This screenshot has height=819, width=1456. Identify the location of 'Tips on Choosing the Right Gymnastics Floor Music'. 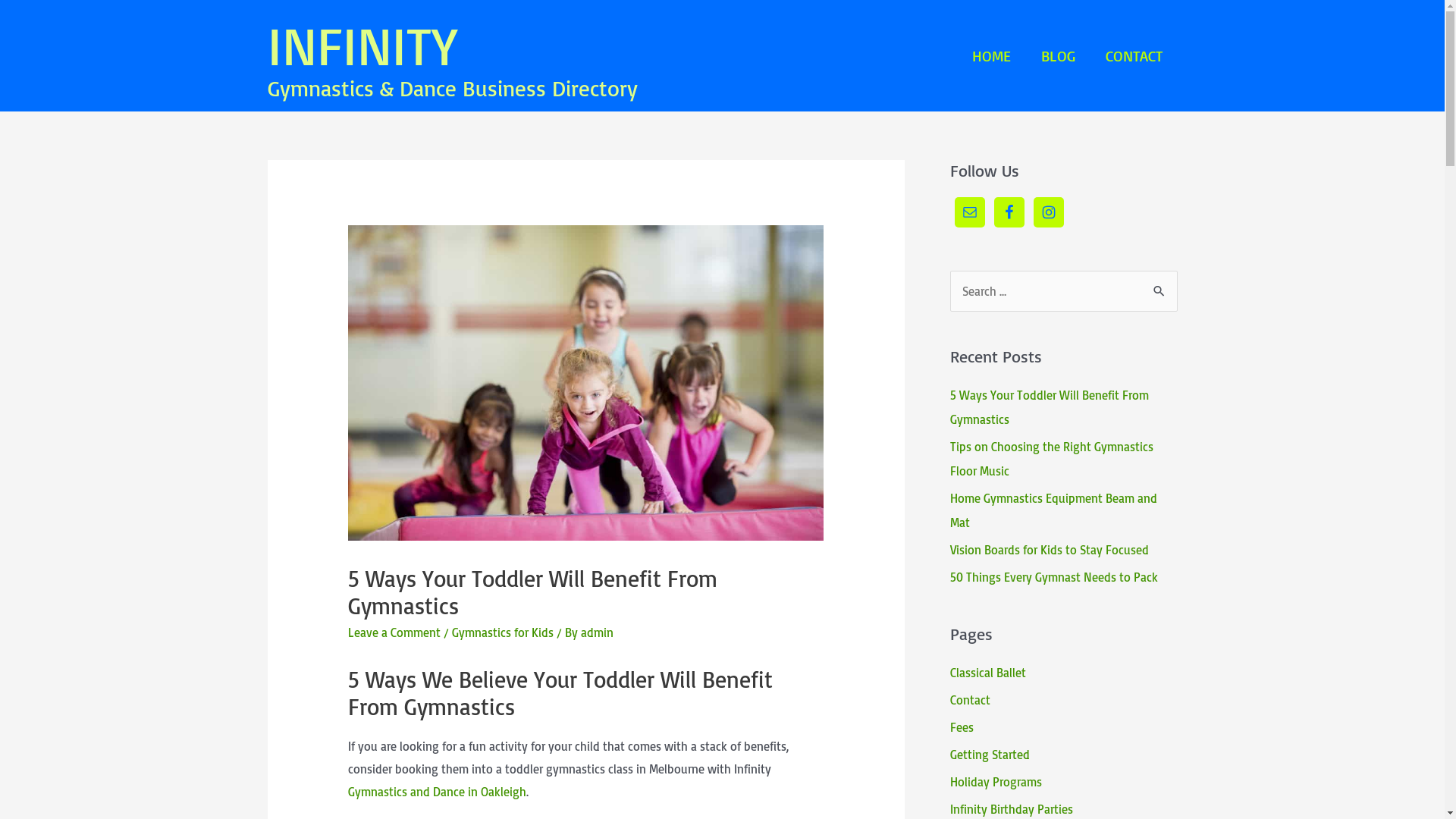
(1050, 458).